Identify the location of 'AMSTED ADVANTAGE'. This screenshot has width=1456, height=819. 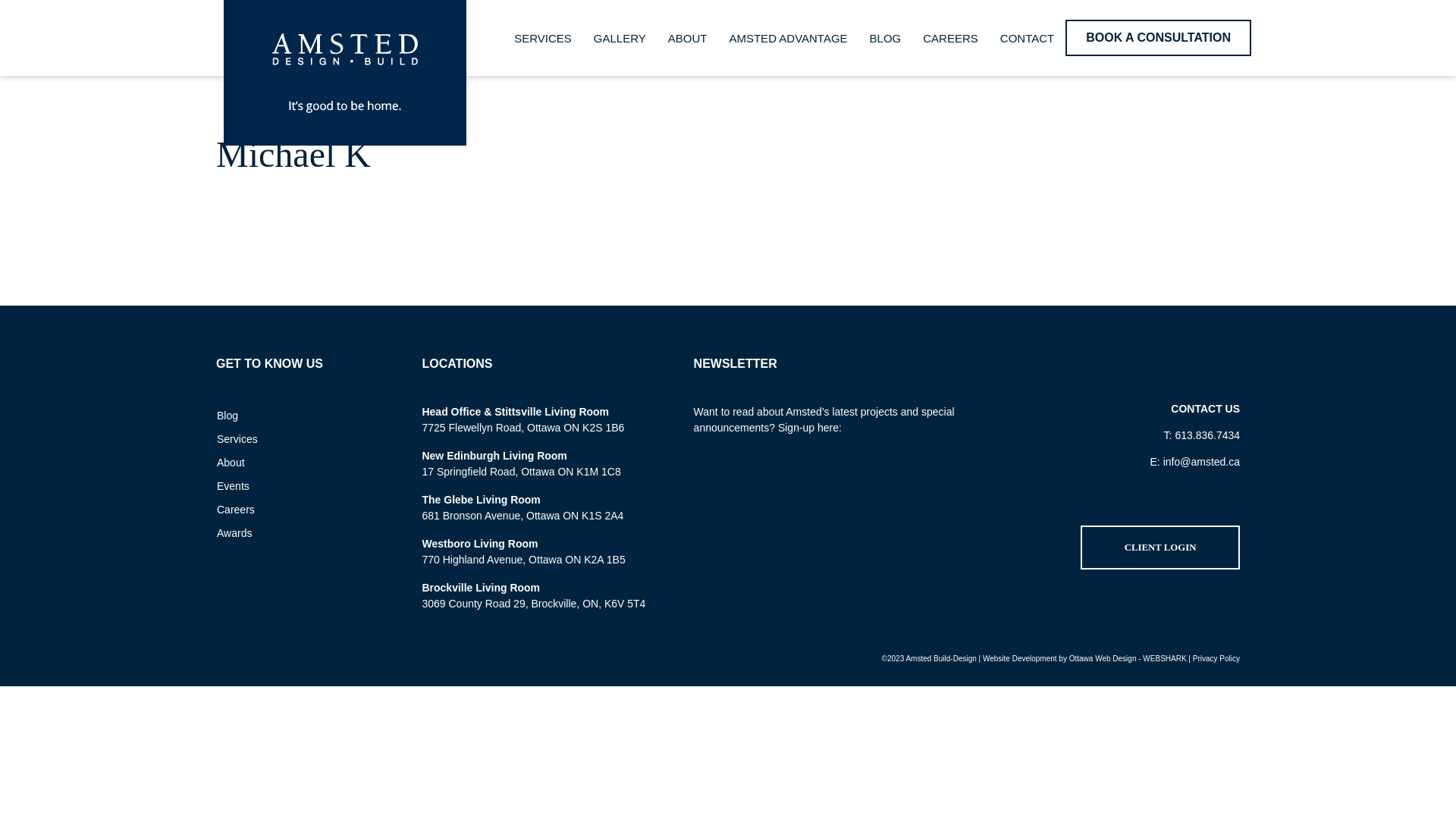
(787, 36).